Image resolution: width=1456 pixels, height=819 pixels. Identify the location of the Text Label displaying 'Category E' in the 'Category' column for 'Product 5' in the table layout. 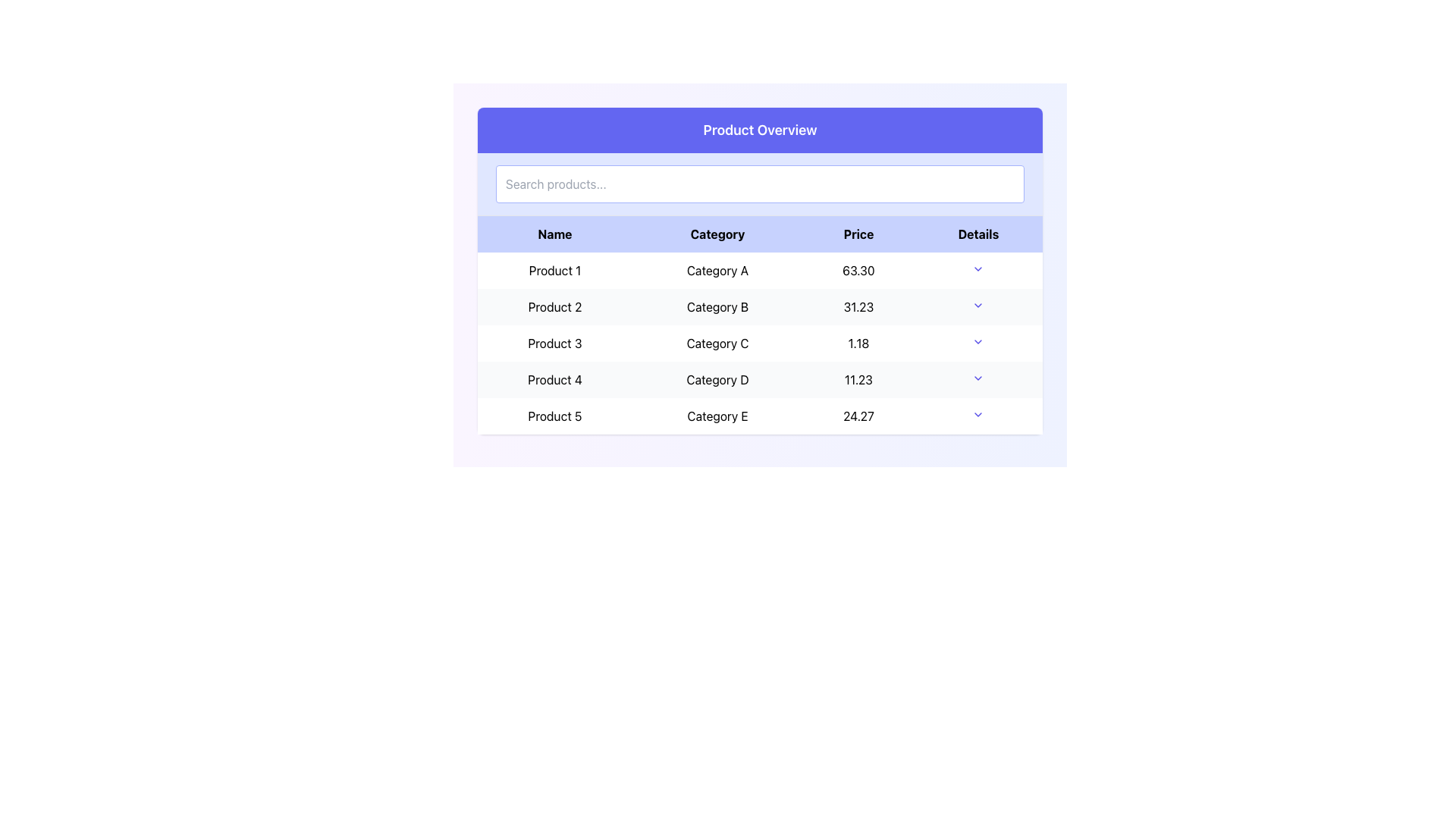
(717, 416).